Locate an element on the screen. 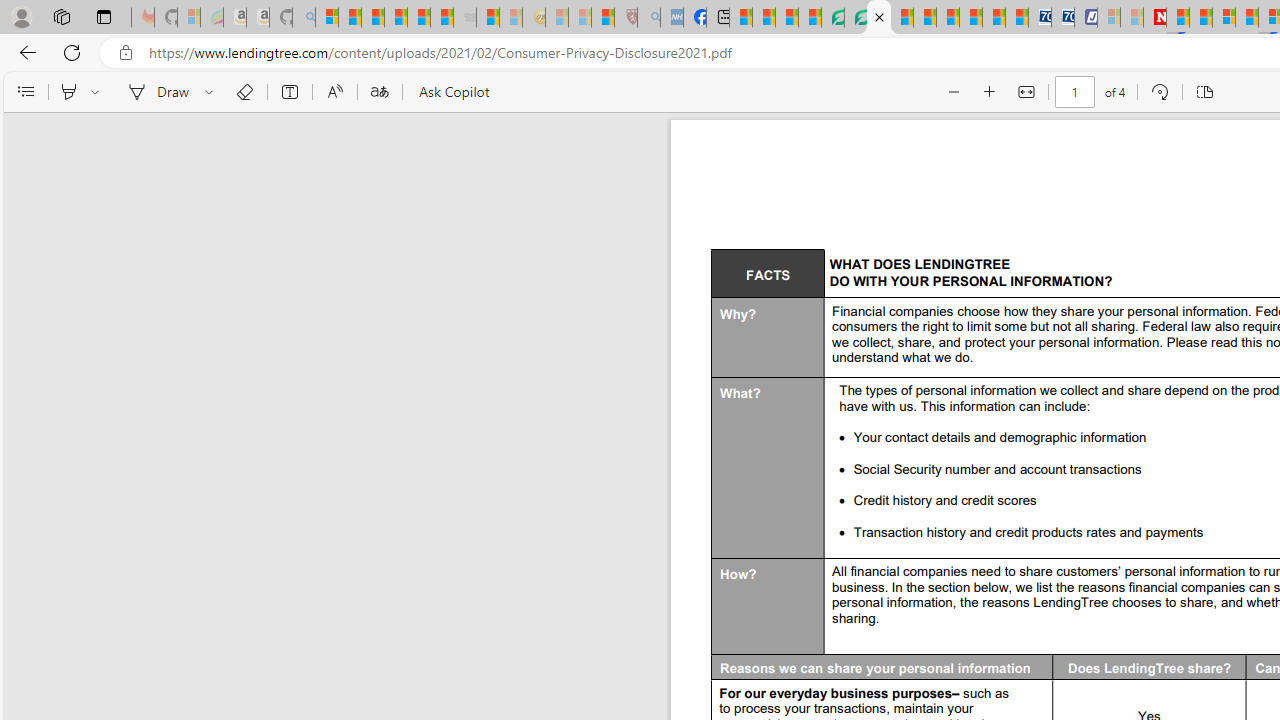 The height and width of the screenshot is (720, 1280). 'New Report Confirms 2023 Was Record Hot | Watch' is located at coordinates (418, 17).